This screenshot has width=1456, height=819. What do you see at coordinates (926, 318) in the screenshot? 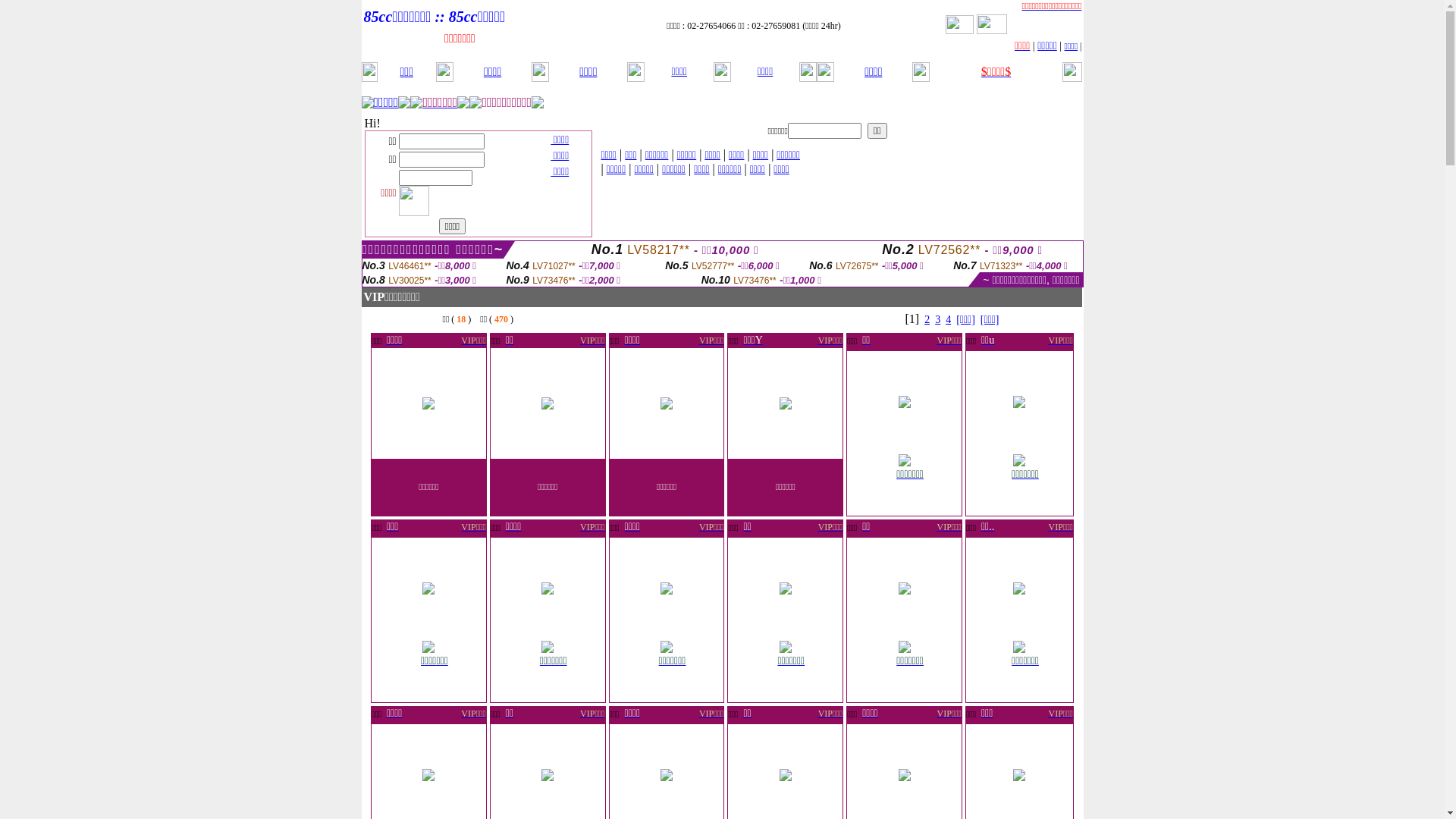
I see `'2'` at bounding box center [926, 318].